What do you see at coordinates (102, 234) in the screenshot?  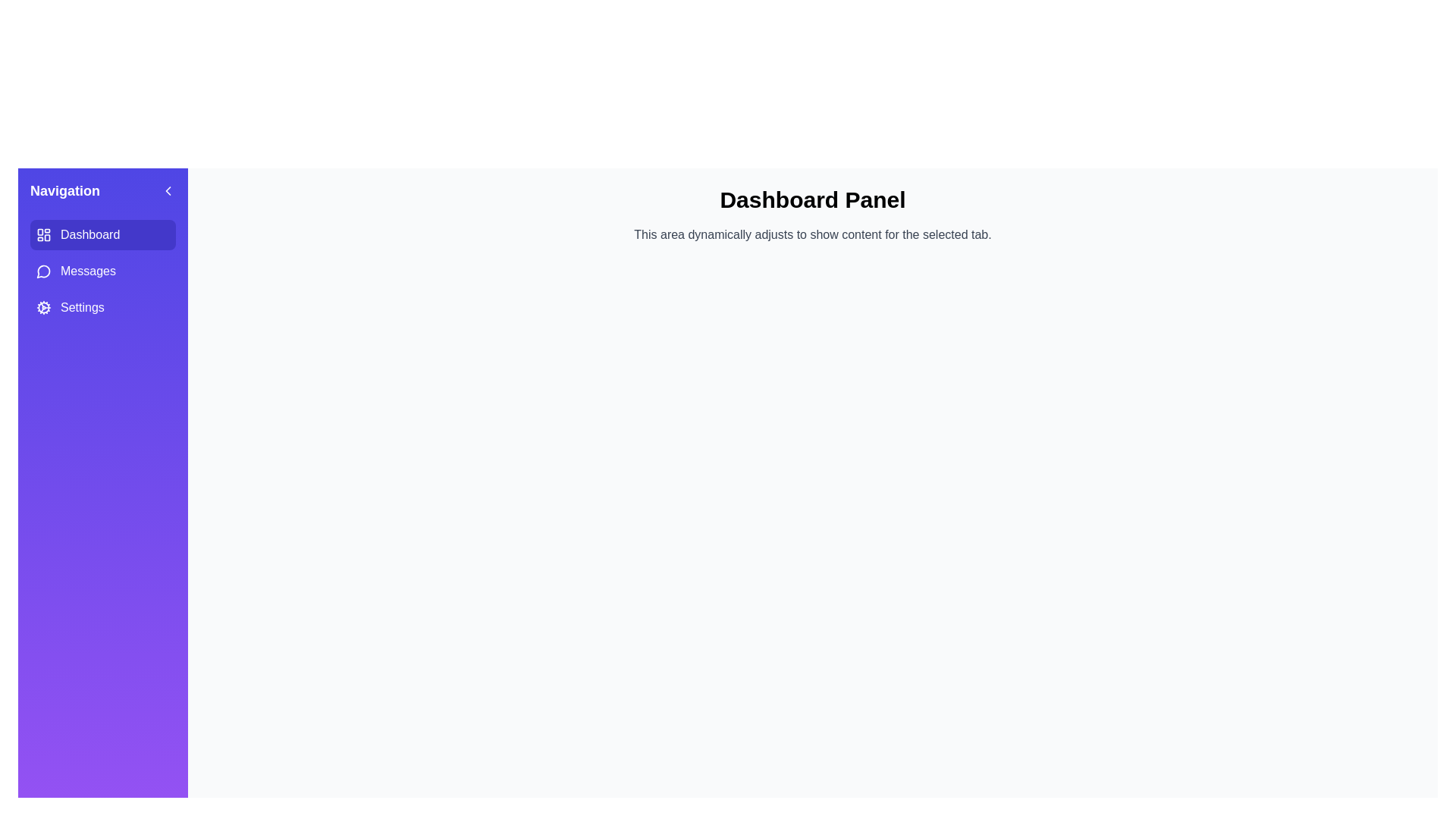 I see `the tab labeled Dashboard in the navigation drawer` at bounding box center [102, 234].